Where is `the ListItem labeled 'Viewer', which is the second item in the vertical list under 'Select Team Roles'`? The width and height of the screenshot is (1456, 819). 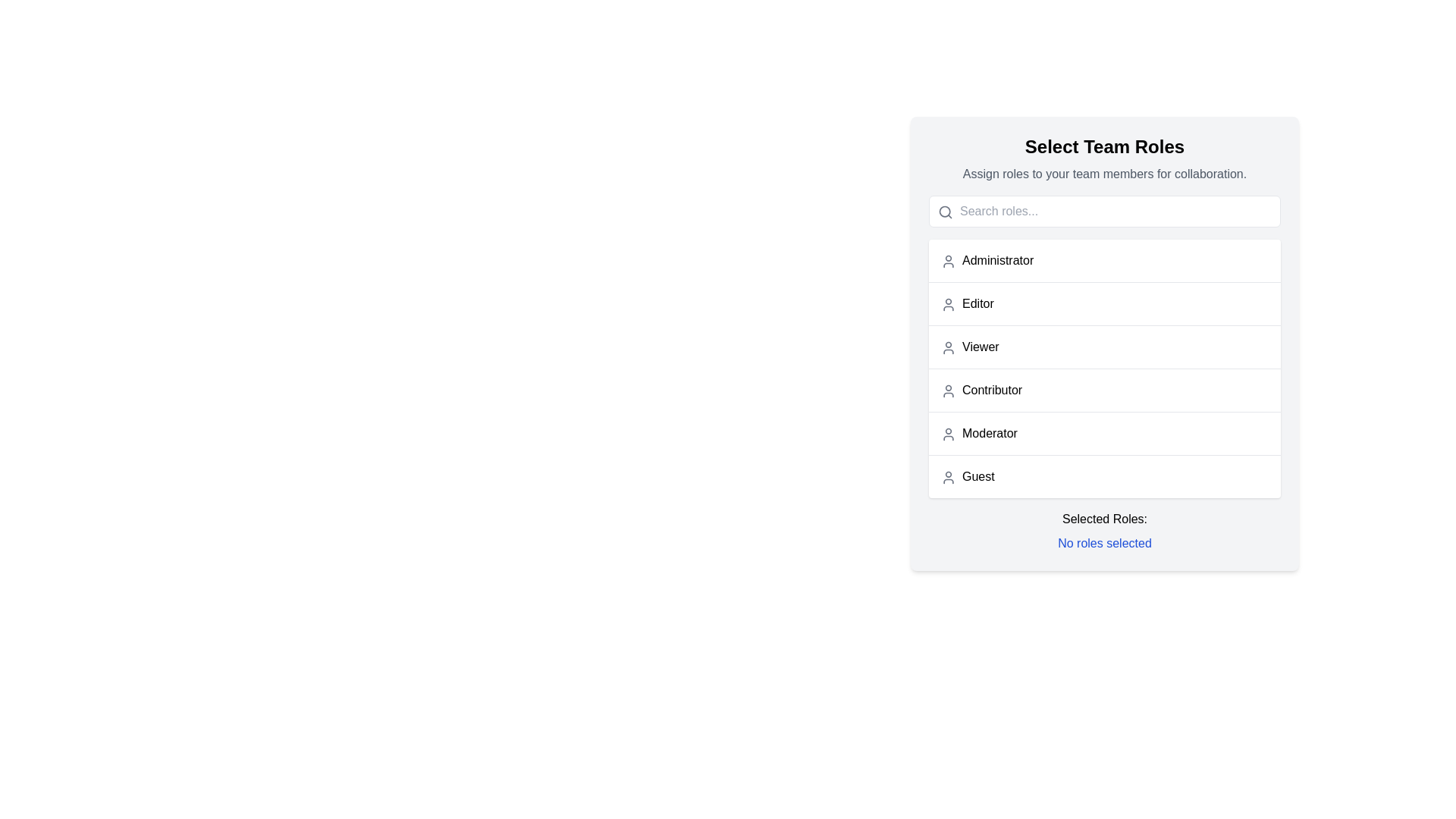 the ListItem labeled 'Viewer', which is the second item in the vertical list under 'Select Team Roles' is located at coordinates (969, 347).